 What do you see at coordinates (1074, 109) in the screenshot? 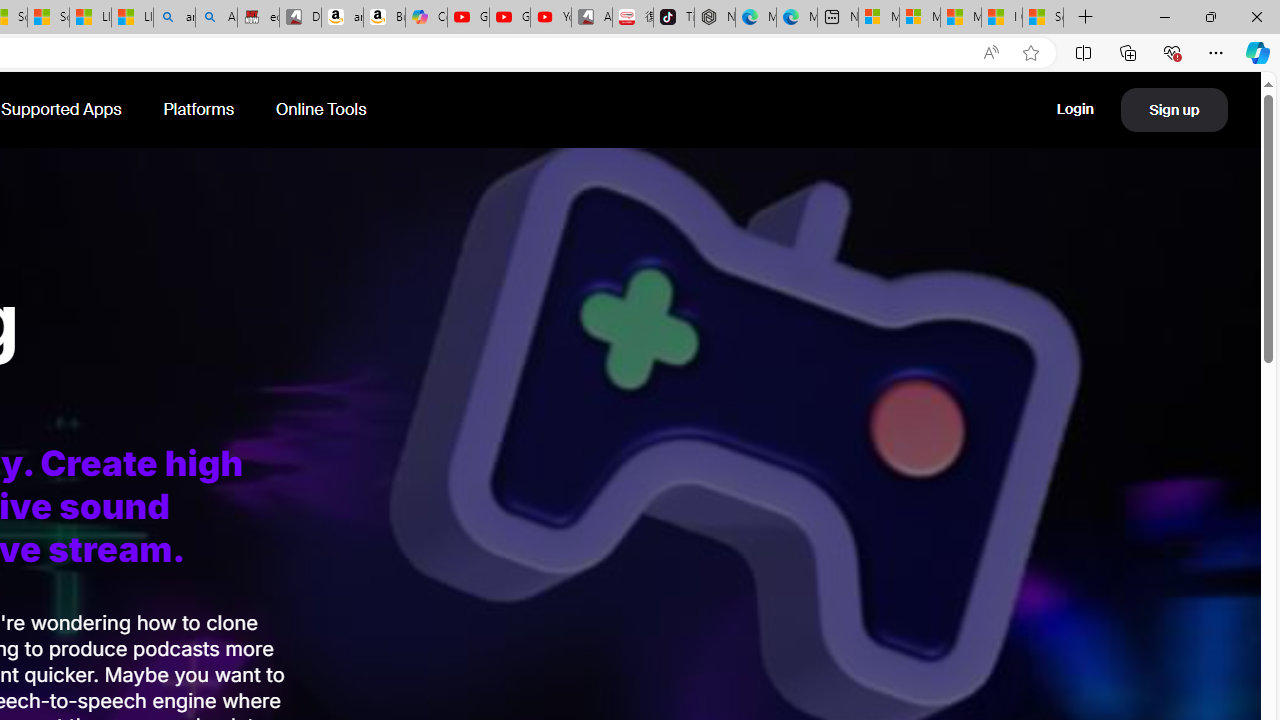
I see `'Login'` at bounding box center [1074, 109].